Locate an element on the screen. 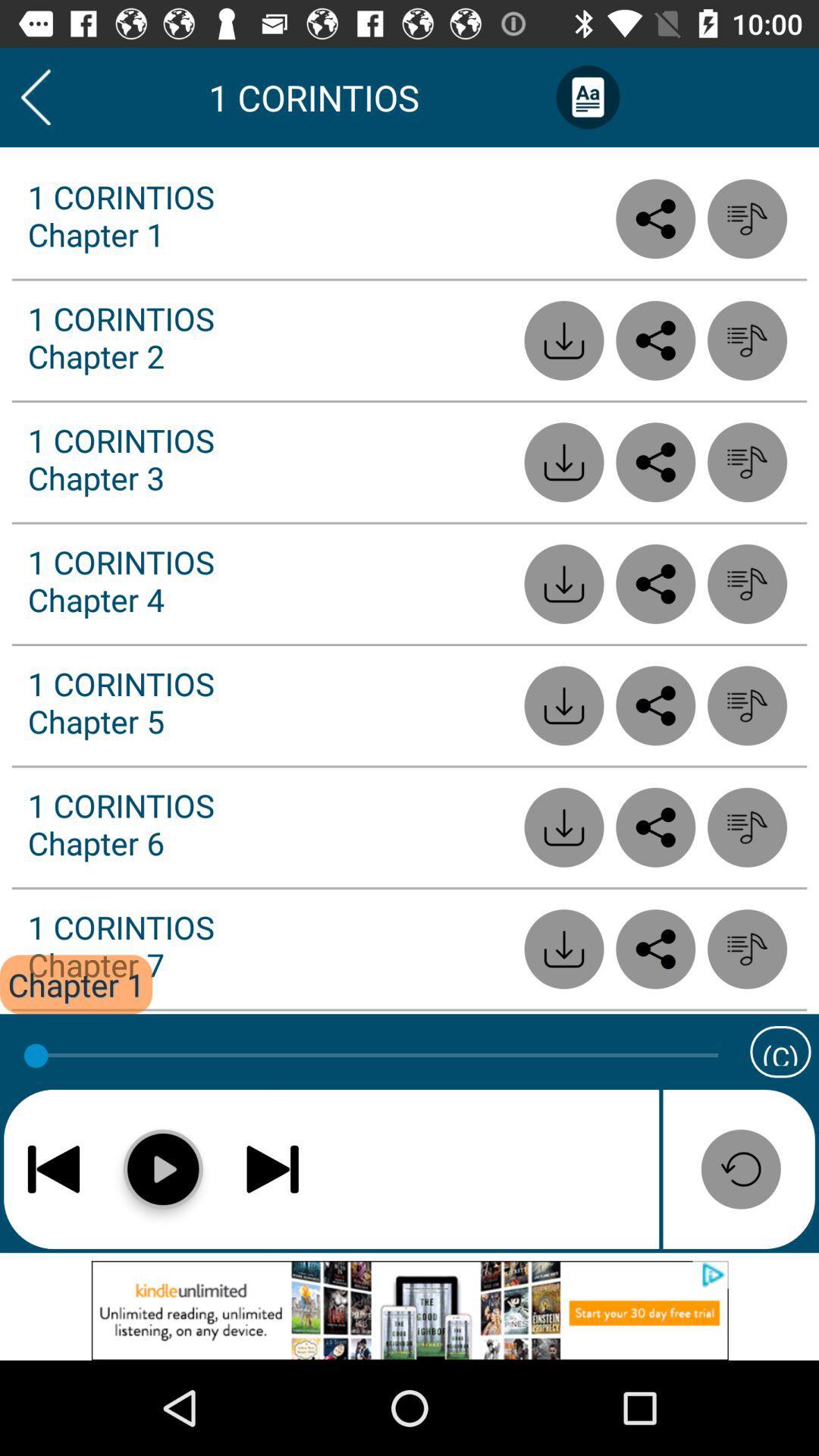  advertisement image is located at coordinates (409, 1310).